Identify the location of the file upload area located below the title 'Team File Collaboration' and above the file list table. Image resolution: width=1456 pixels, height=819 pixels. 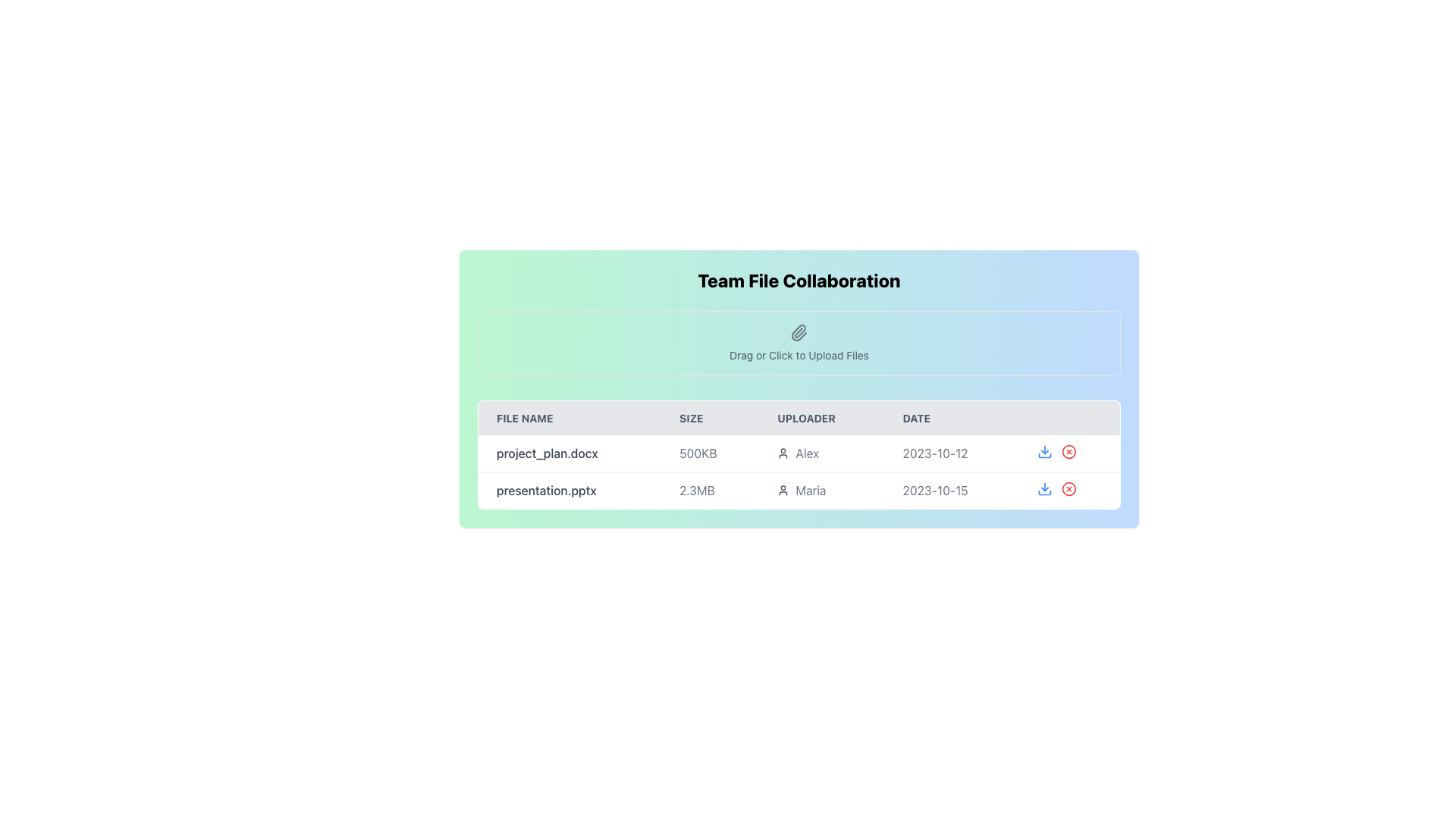
(799, 343).